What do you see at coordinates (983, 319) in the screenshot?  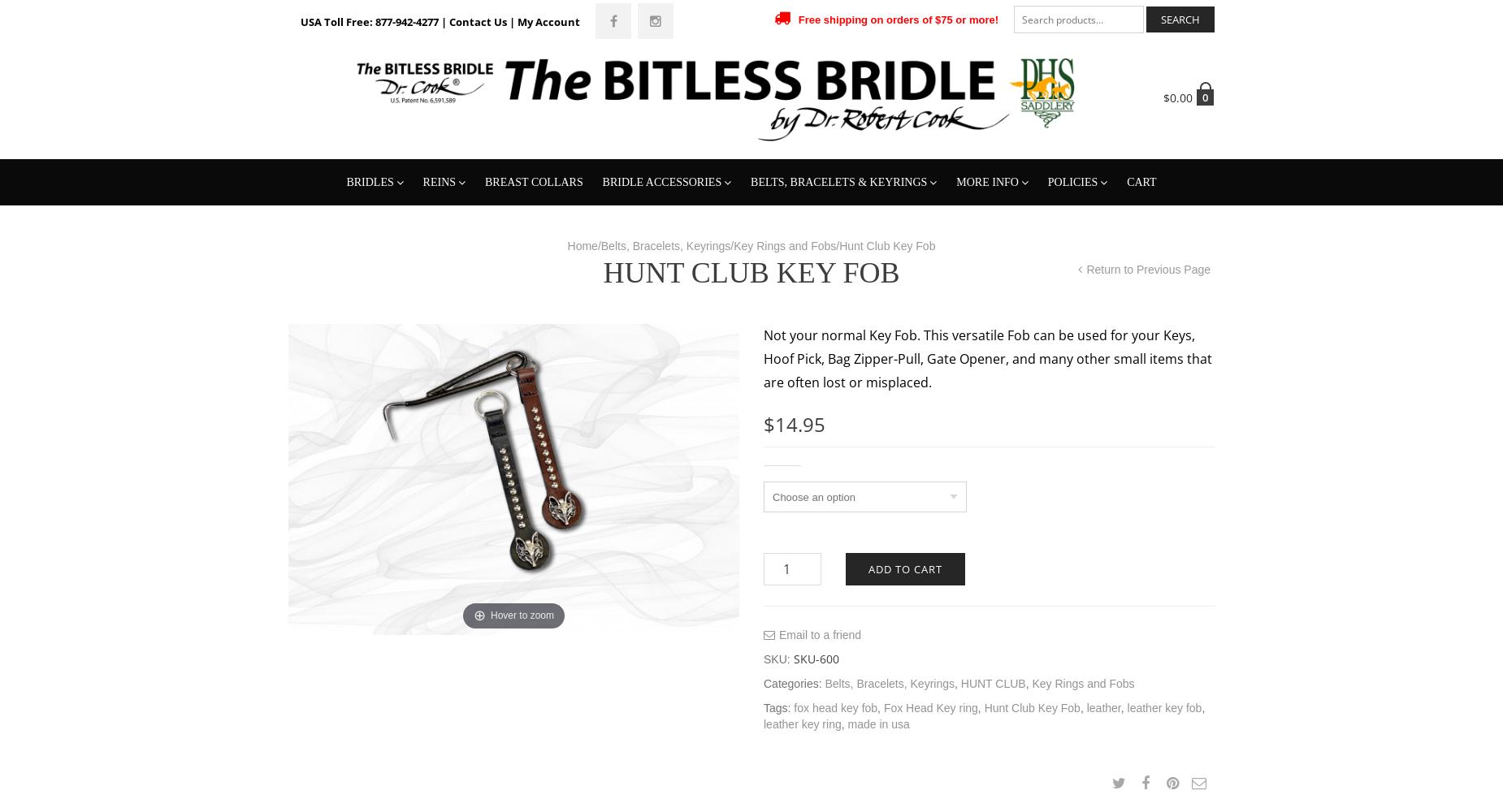 I see `'Articles'` at bounding box center [983, 319].